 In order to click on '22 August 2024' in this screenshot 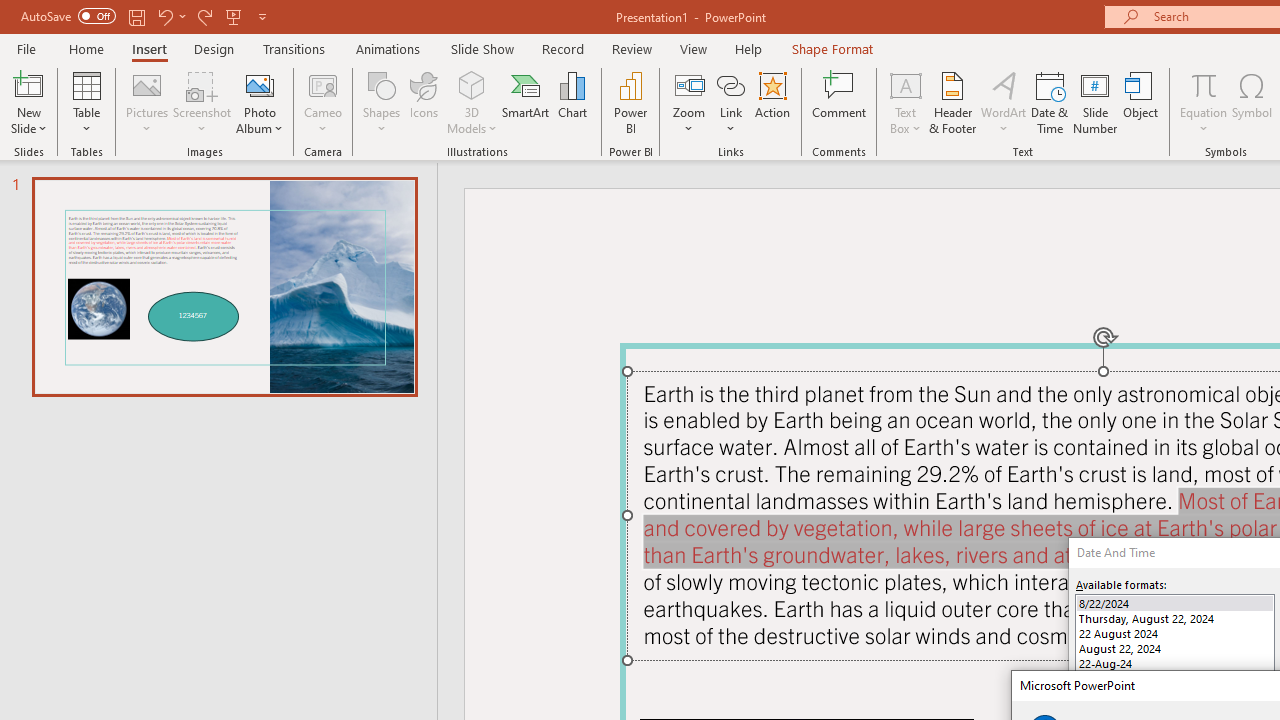, I will do `click(1175, 633)`.